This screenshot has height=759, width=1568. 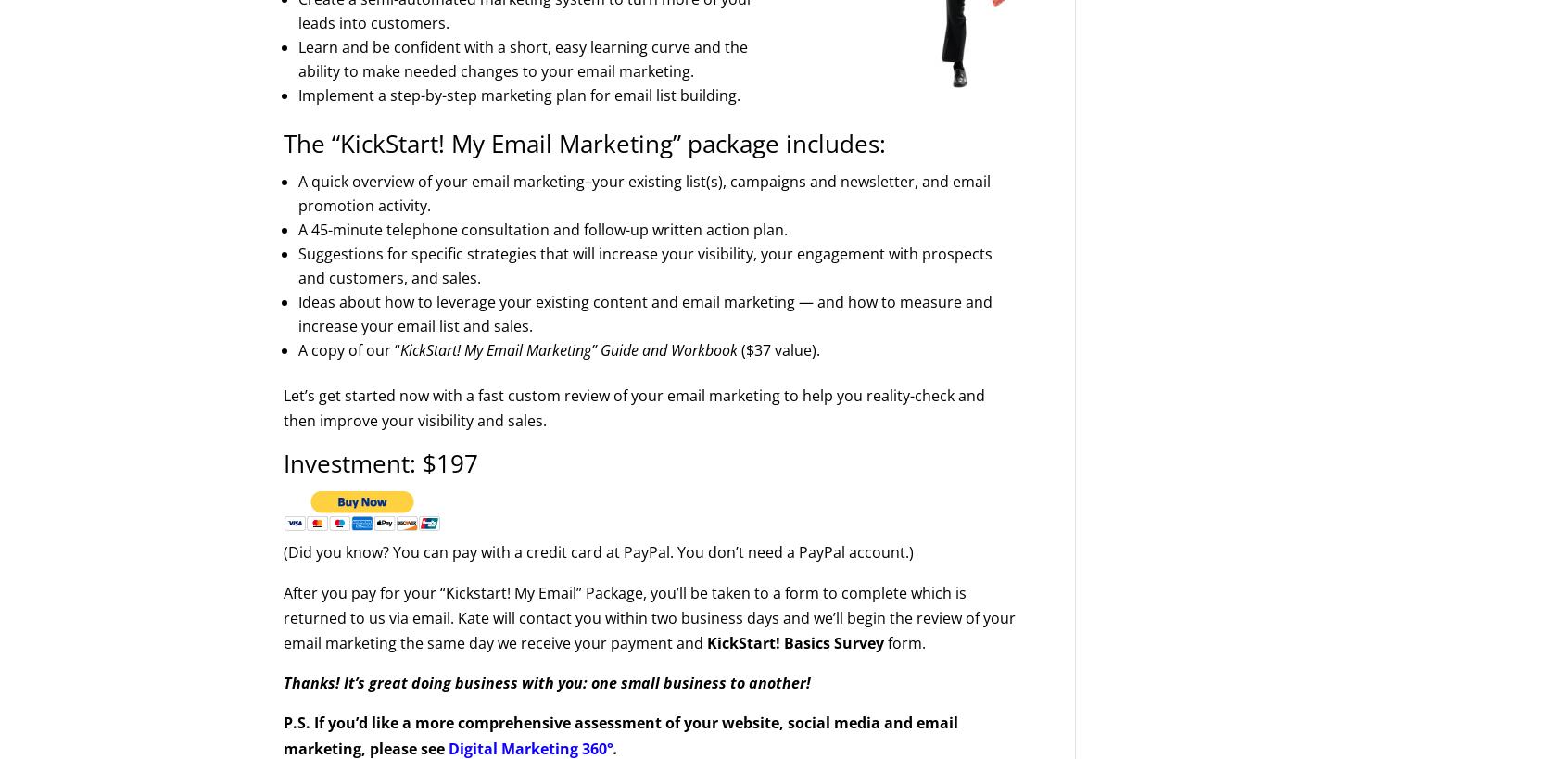 I want to click on '(Did you know? You can pay with a credit card at PayPal. You don’t need a PayPal account.)', so click(x=283, y=550).